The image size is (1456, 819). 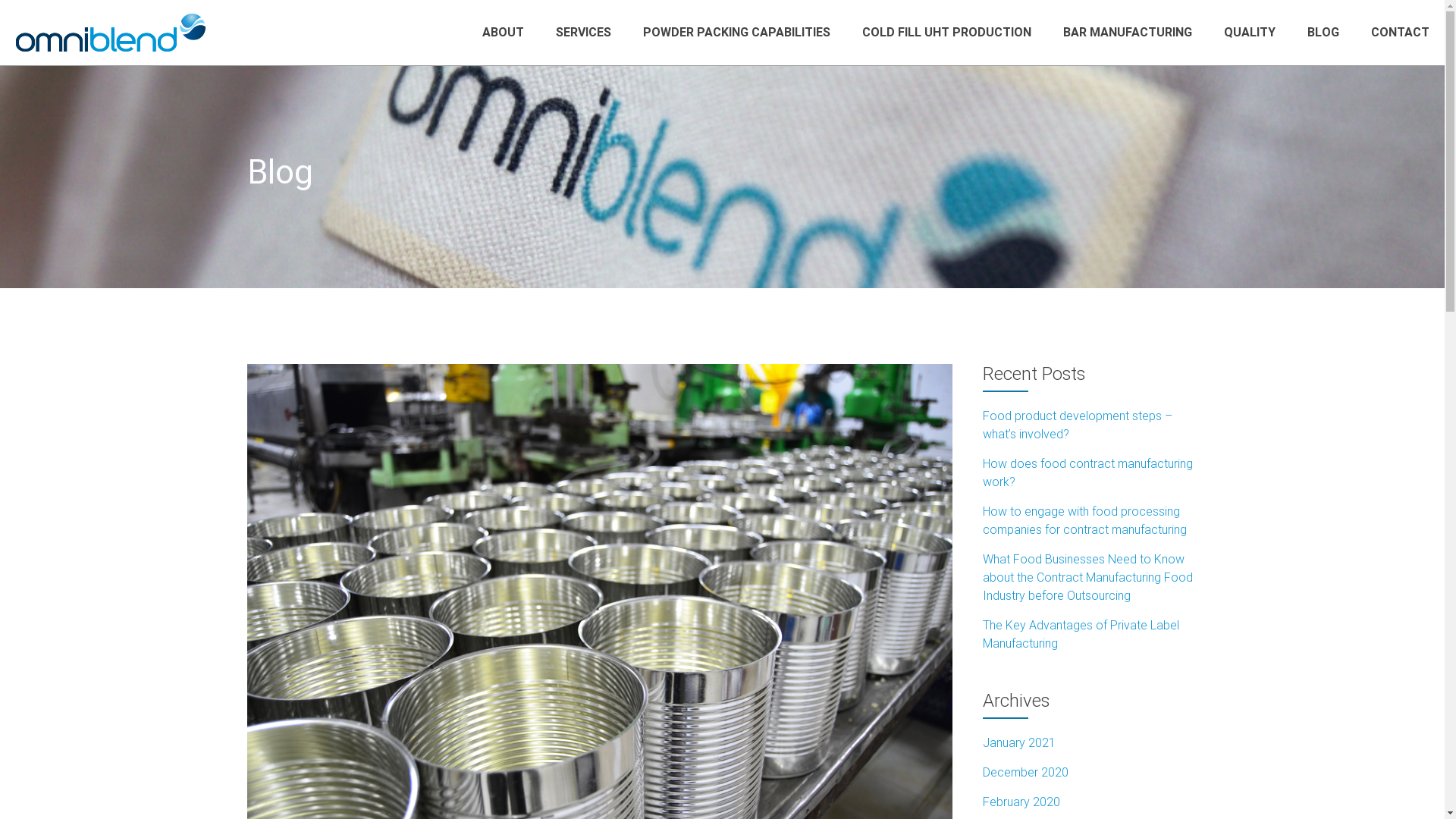 I want to click on 'ABOUT', so click(x=503, y=32).